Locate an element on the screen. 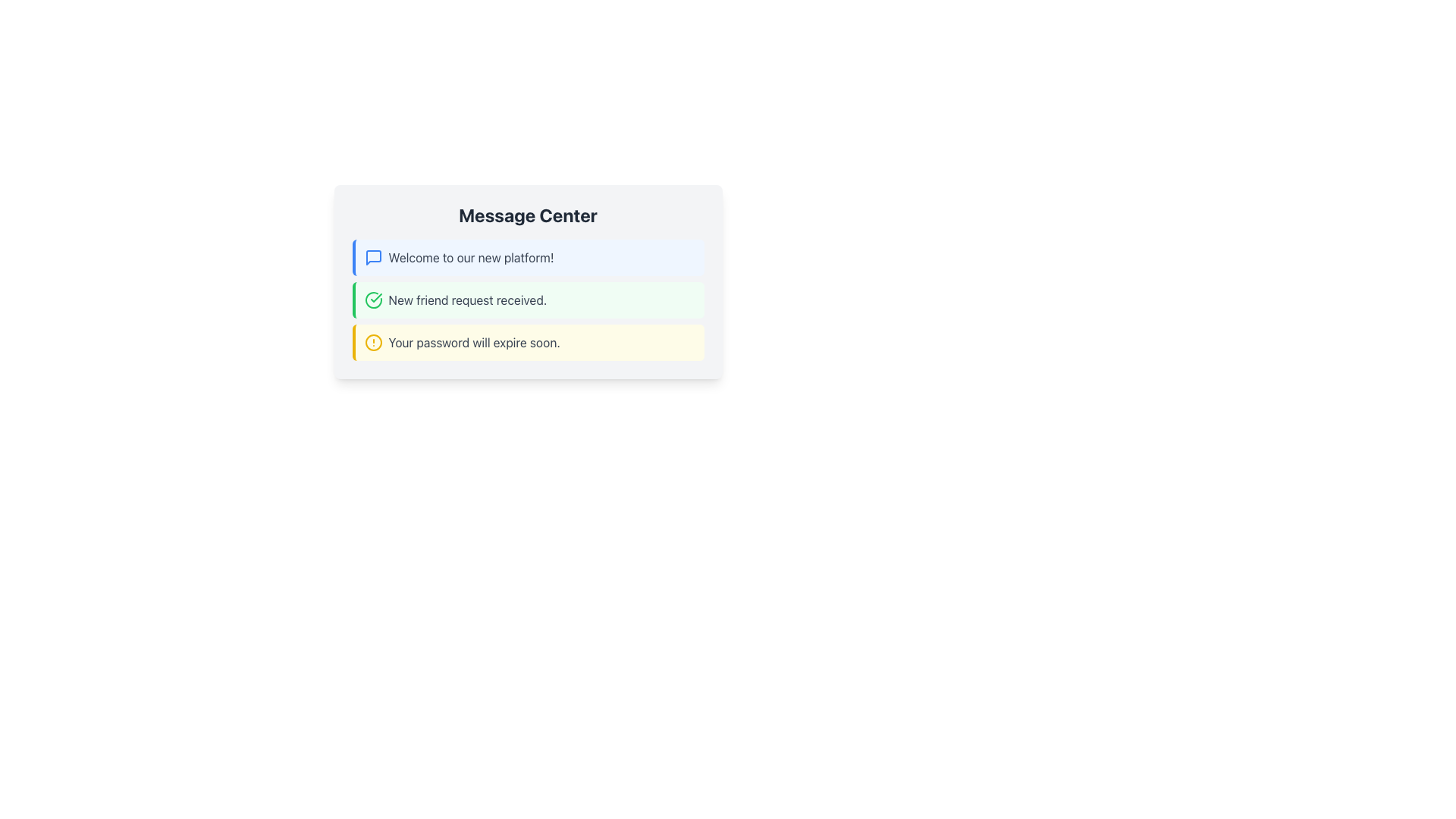 This screenshot has width=1456, height=819. the success confirmation icon located to the left of the 'New friend request received.' notification is located at coordinates (373, 300).